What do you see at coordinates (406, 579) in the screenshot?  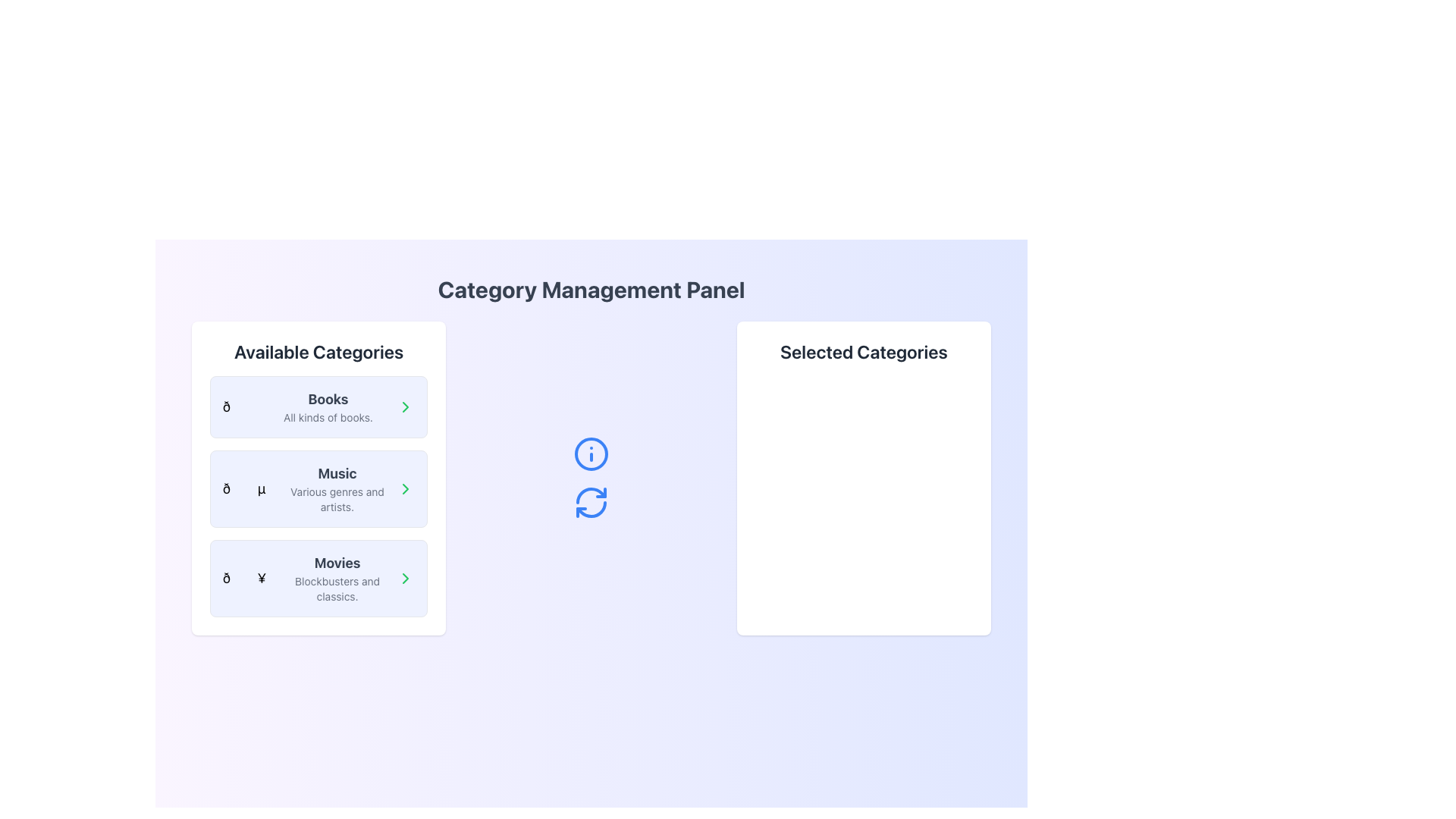 I see `the green arrow icon button located at the rightmost position in the 'Movies' category section` at bounding box center [406, 579].